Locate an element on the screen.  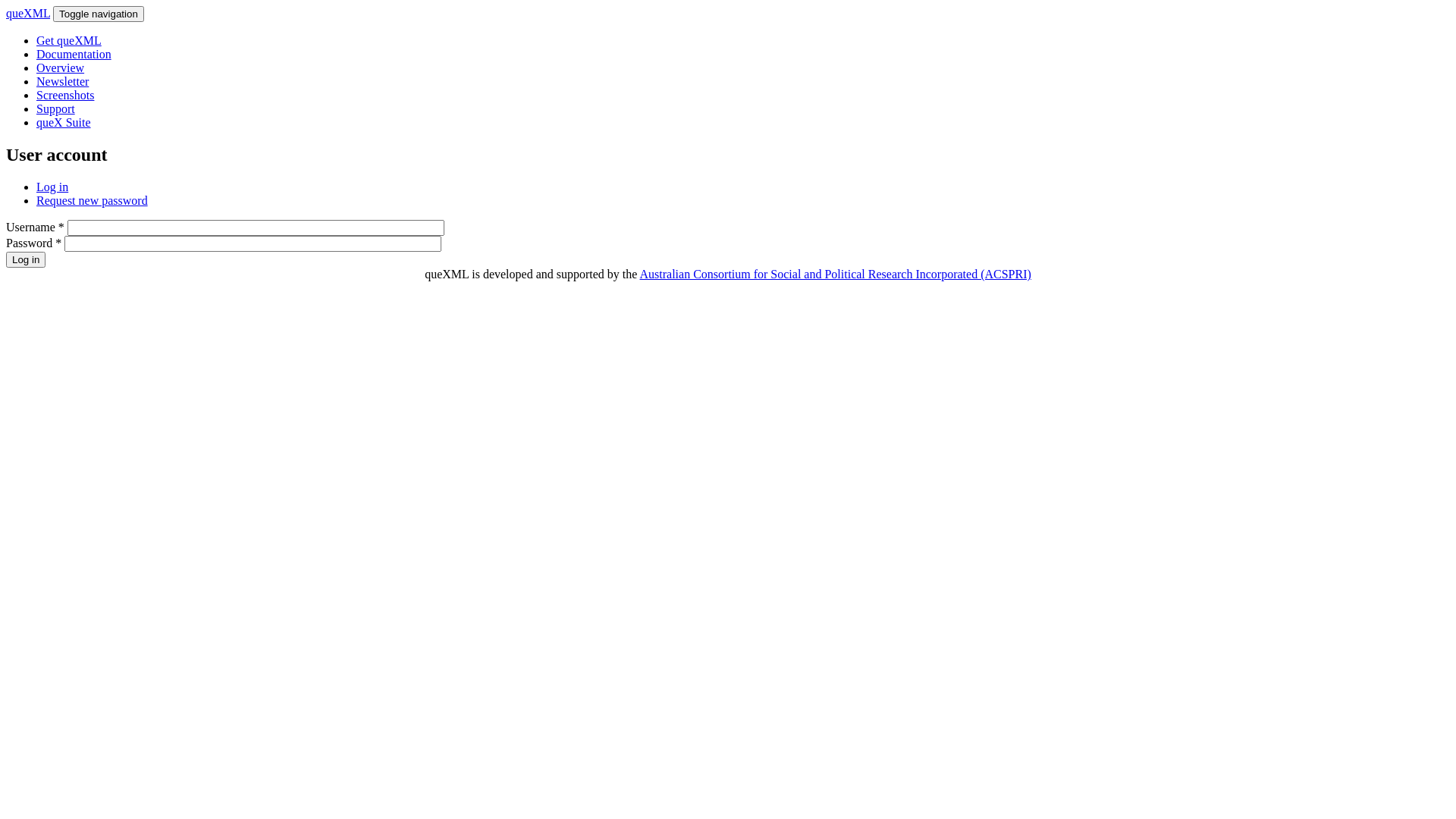
'Log in' is located at coordinates (25, 259).